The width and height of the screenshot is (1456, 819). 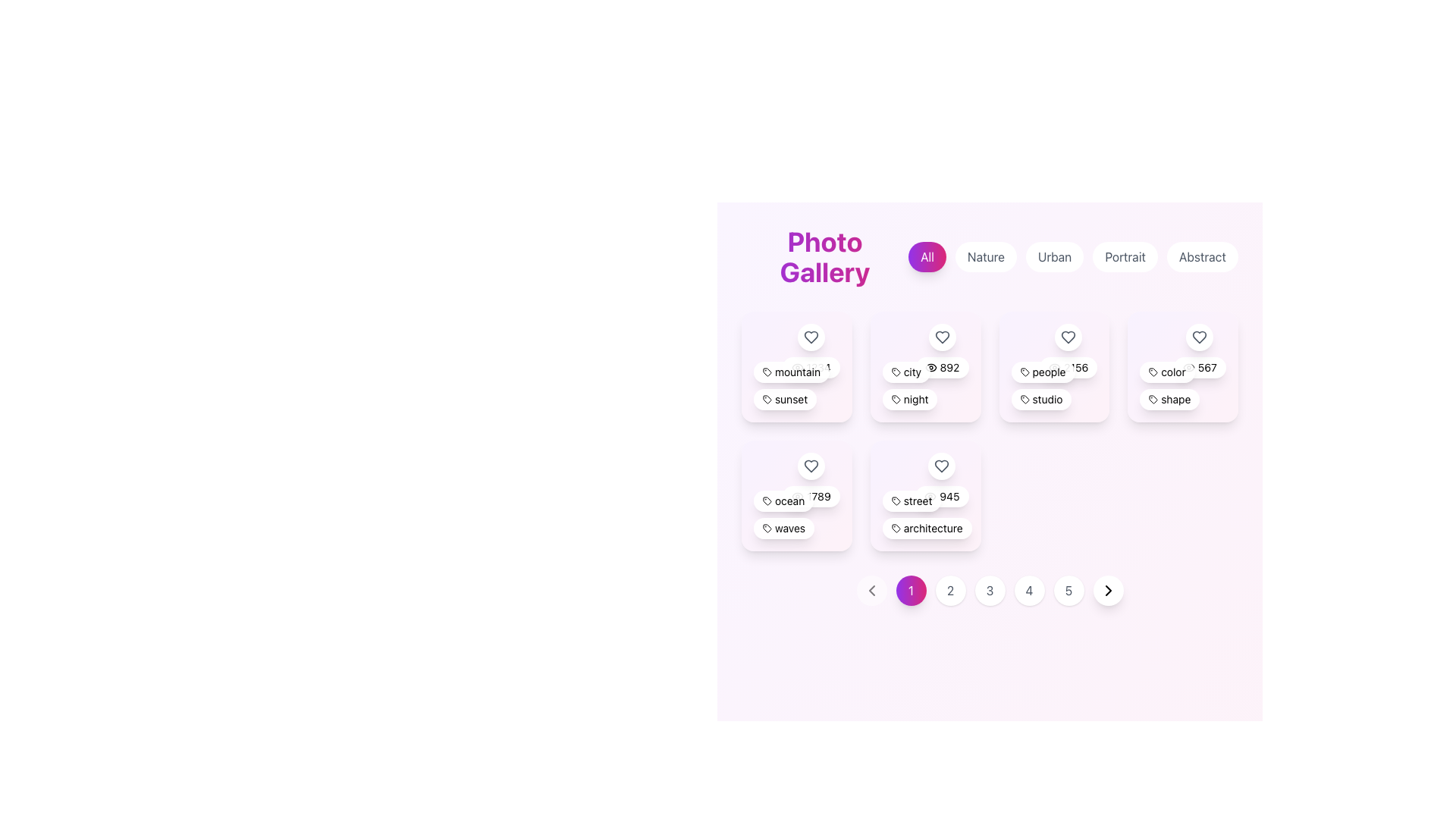 What do you see at coordinates (930, 496) in the screenshot?
I see `the visibility icon located at the bottom-right of the 'street' tag within the grid card, which is associated with statistics display` at bounding box center [930, 496].